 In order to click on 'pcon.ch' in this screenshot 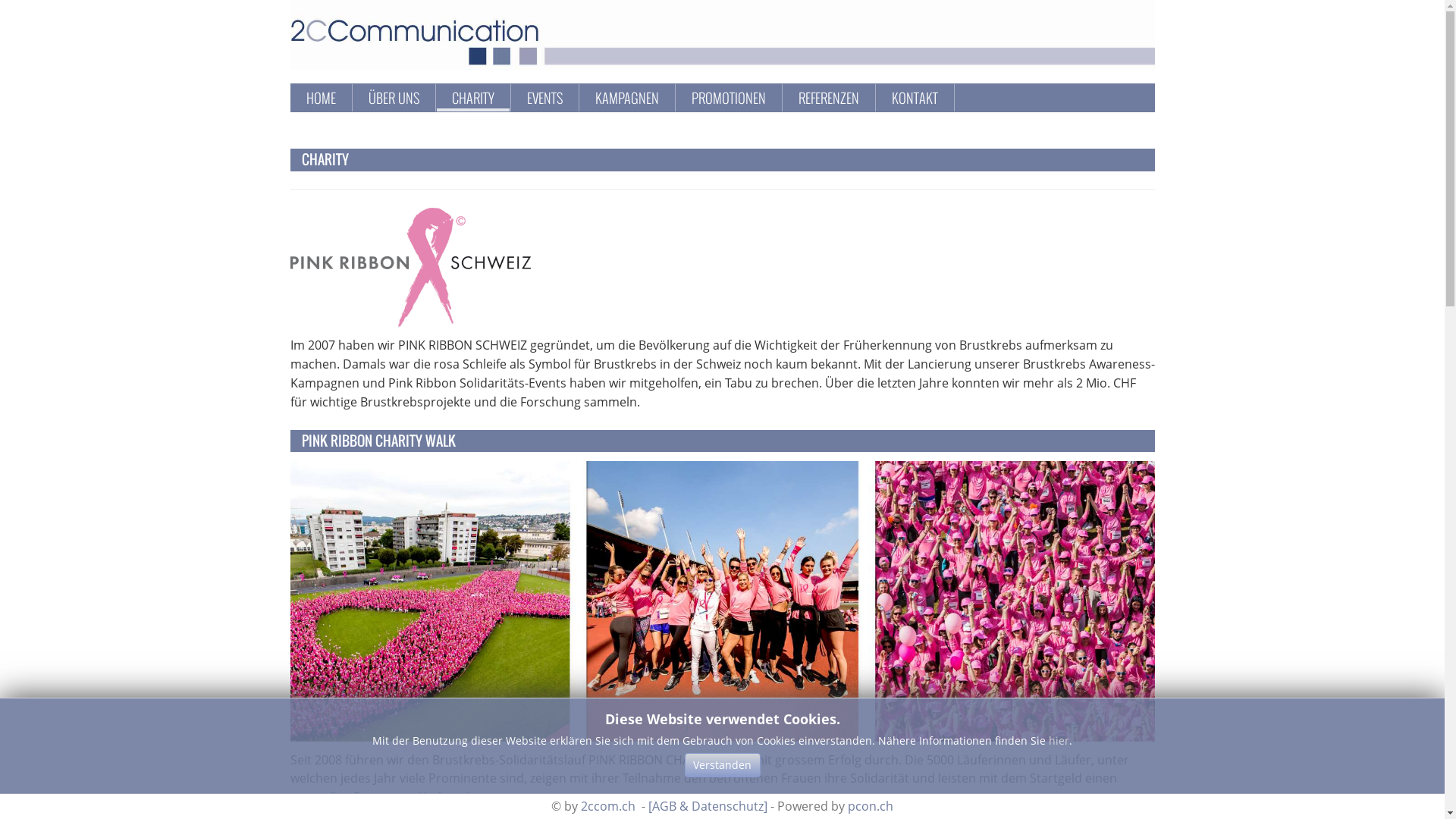, I will do `click(870, 805)`.